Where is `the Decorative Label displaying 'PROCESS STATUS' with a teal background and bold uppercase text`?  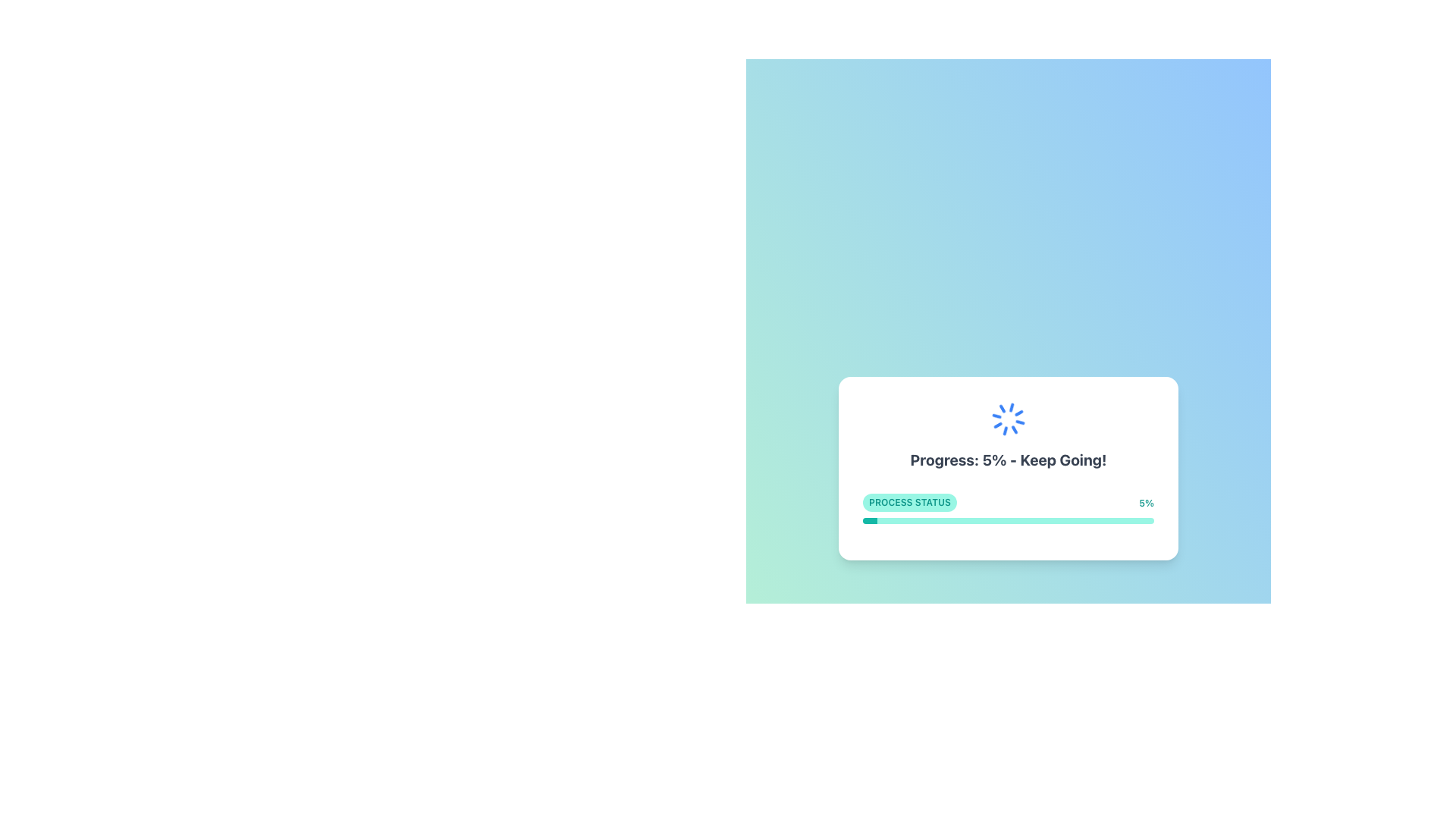
the Decorative Label displaying 'PROCESS STATUS' with a teal background and bold uppercase text is located at coordinates (910, 502).